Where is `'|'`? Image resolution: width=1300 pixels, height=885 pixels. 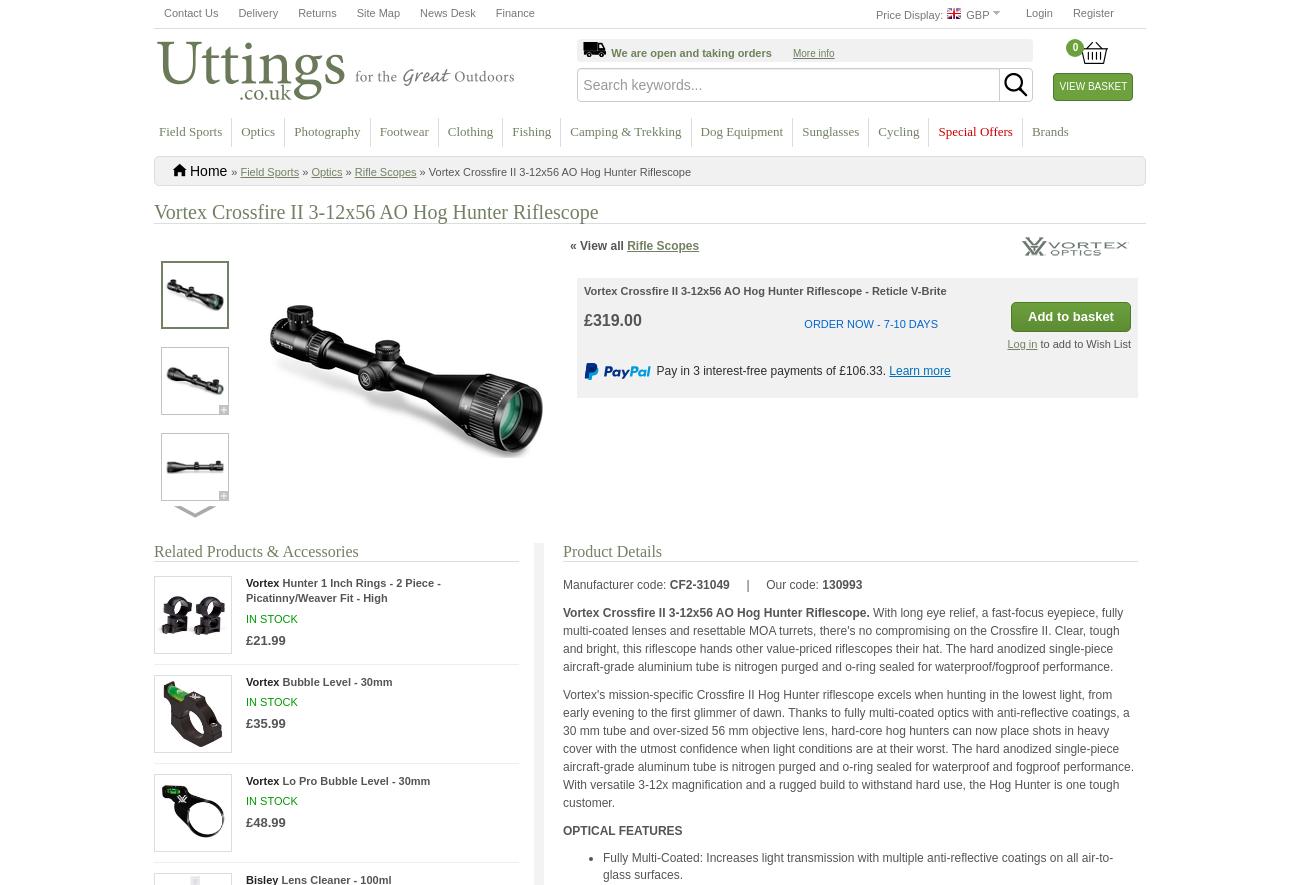 '|' is located at coordinates (749, 584).